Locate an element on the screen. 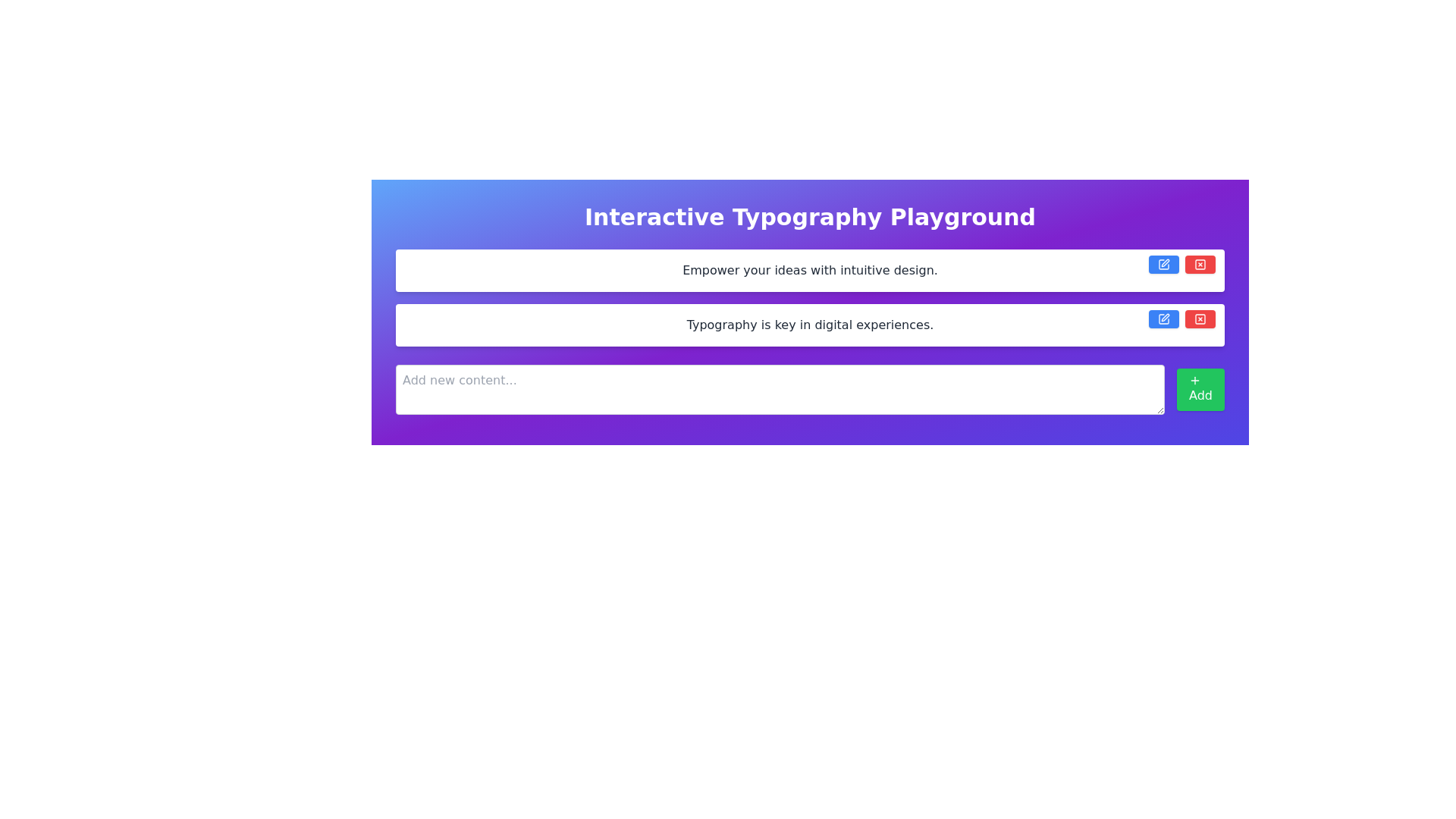 This screenshot has width=1456, height=819. the rightmost button icon located at the right end of a text box in the middle section of the interface is located at coordinates (1200, 318).